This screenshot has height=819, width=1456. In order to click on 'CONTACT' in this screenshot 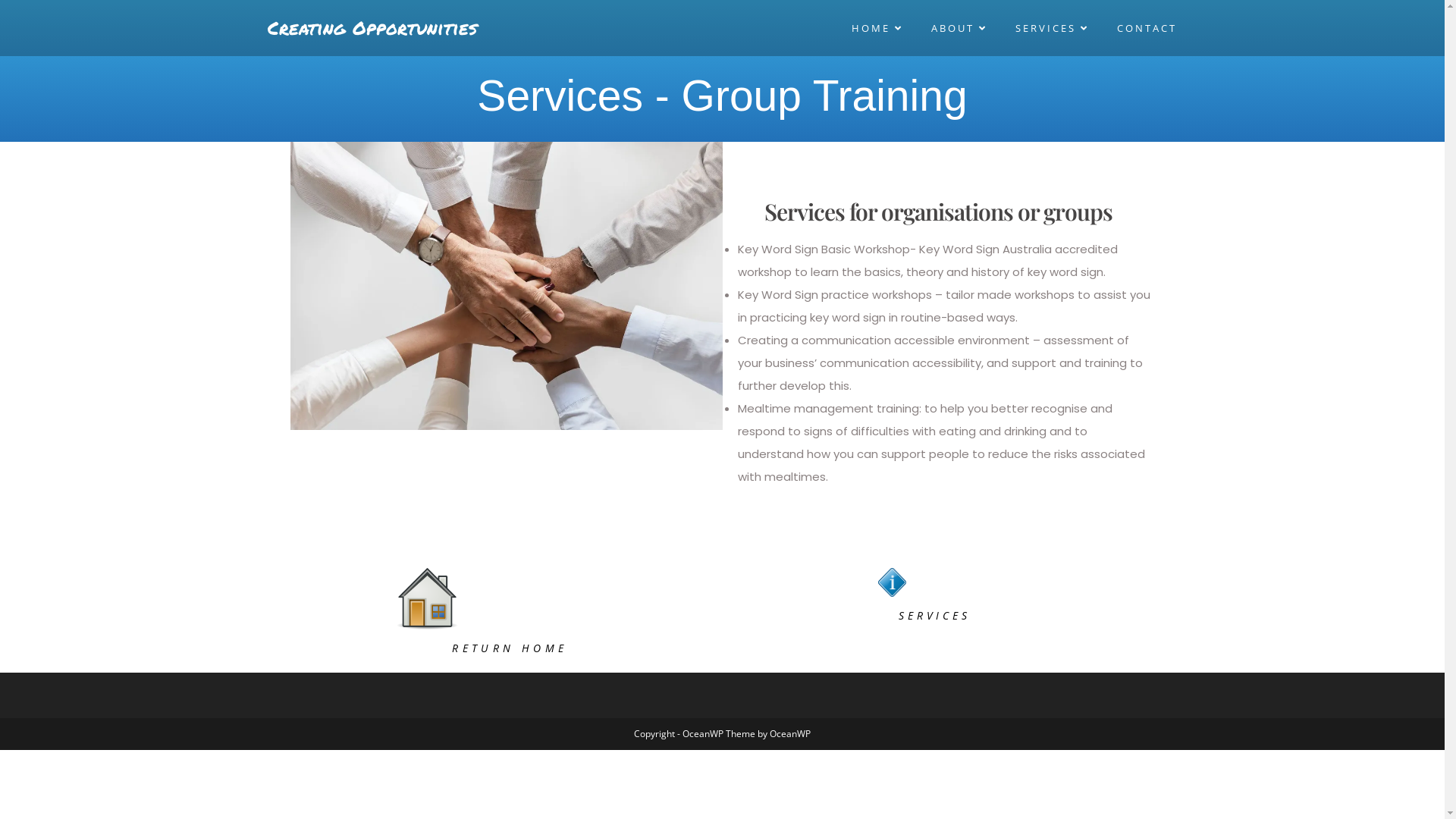, I will do `click(1146, 28)`.